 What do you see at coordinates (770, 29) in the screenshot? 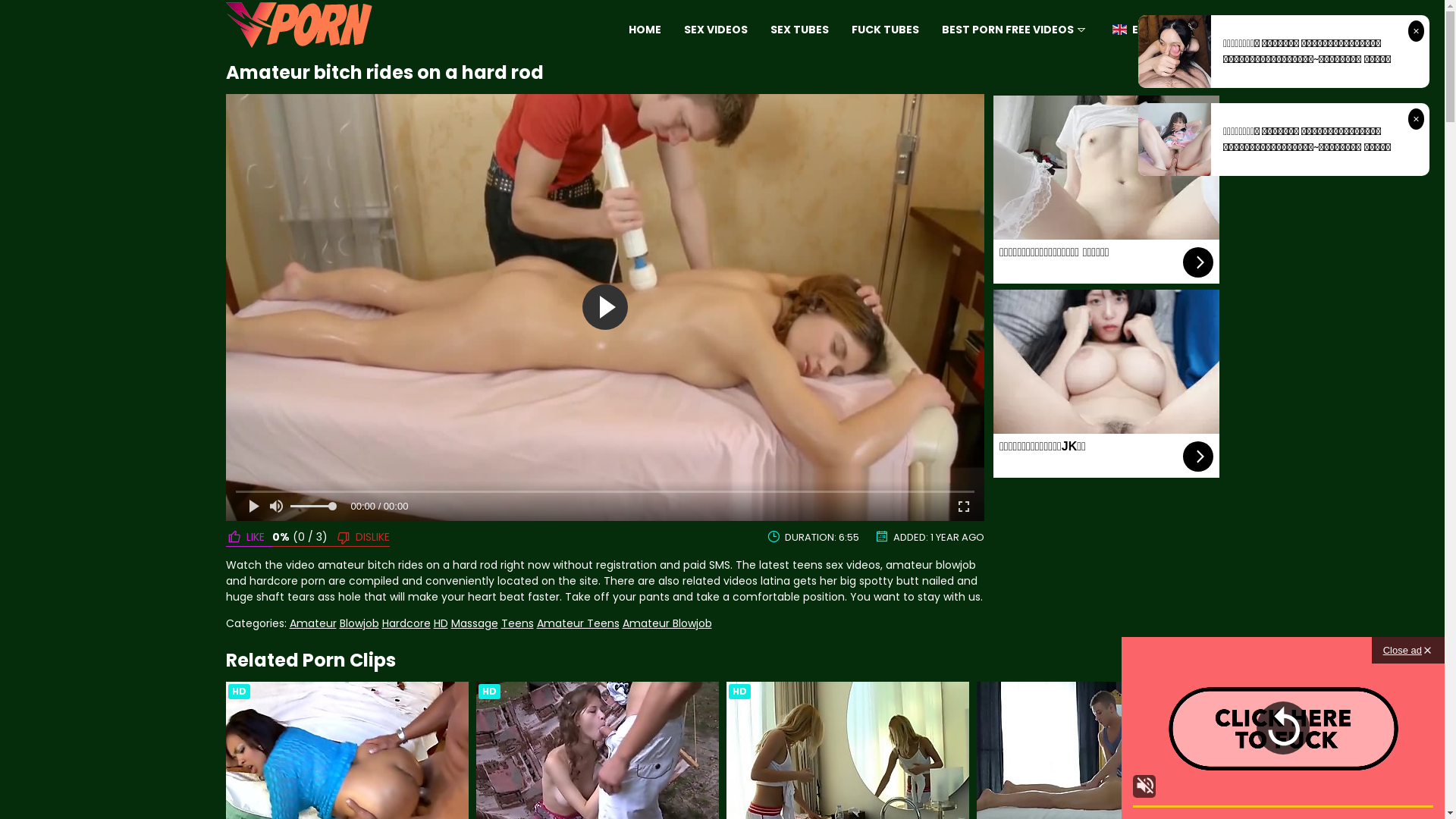
I see `'SEX TUBES'` at bounding box center [770, 29].